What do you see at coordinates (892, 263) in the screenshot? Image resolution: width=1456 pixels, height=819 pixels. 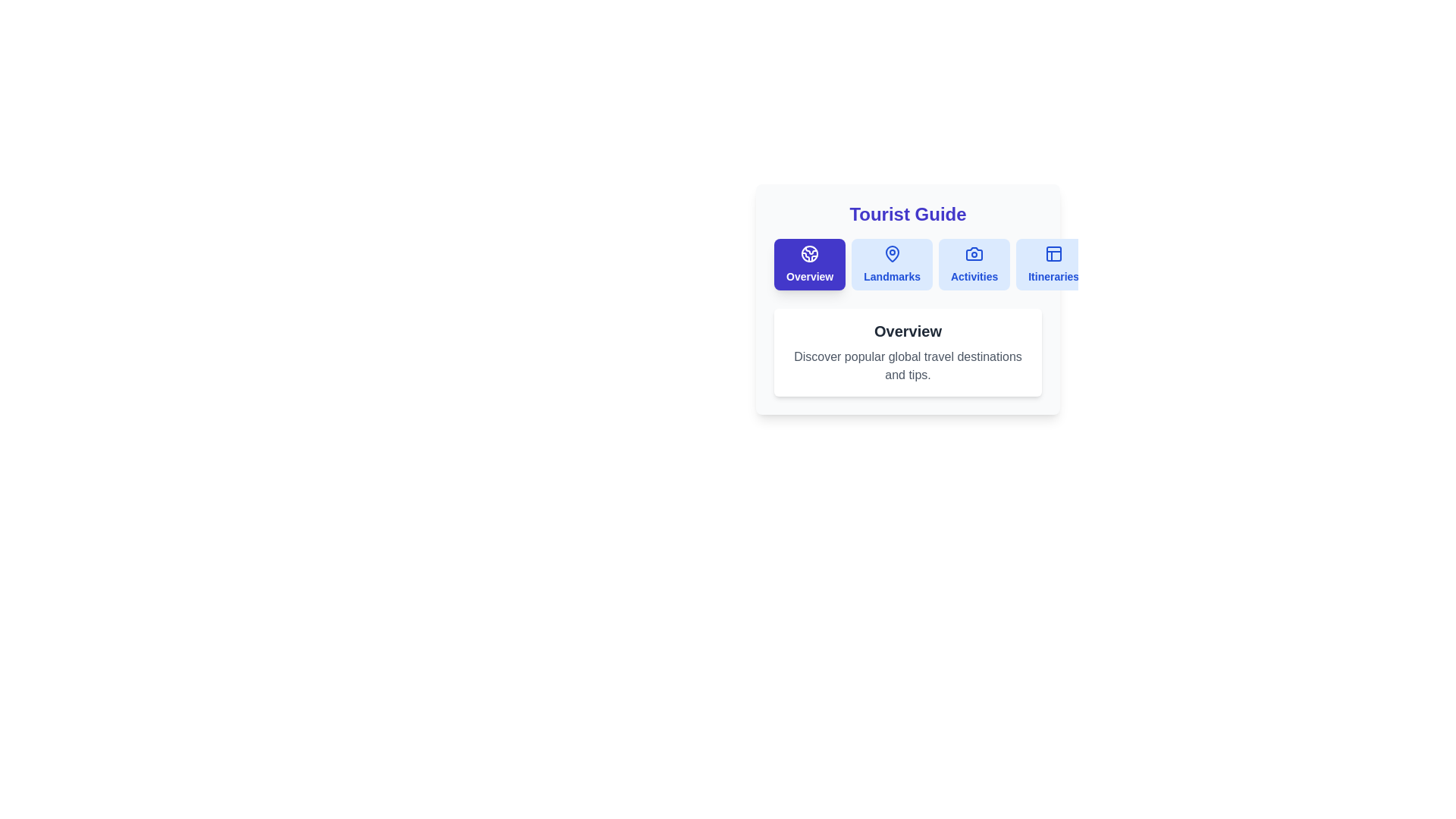 I see `the tab labeled Landmarks to inspect its icon and label` at bounding box center [892, 263].